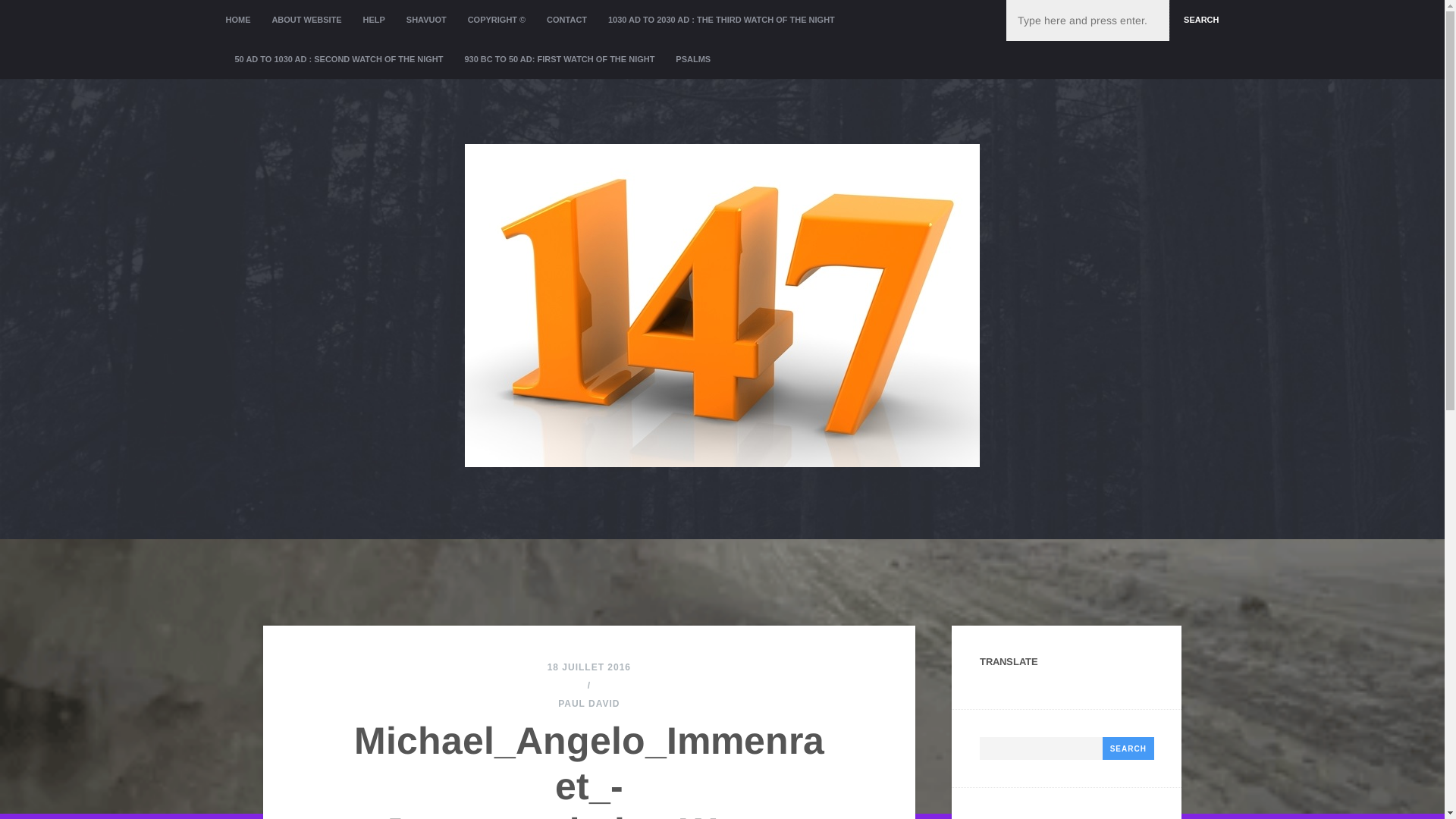  I want to click on 'HOME', so click(243, 20).